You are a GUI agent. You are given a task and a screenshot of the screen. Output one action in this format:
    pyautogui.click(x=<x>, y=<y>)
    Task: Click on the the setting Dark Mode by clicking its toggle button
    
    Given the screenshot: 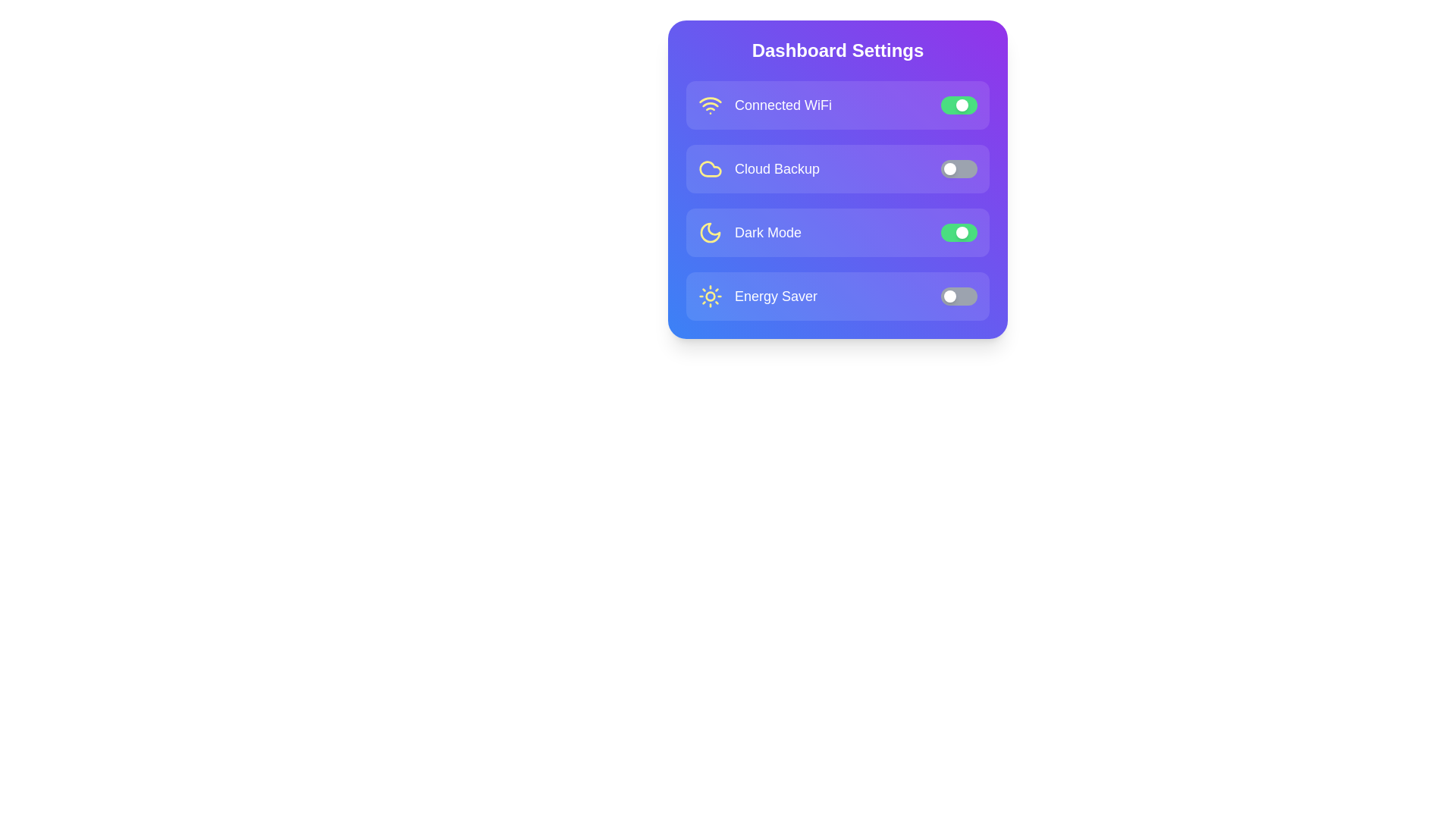 What is the action you would take?
    pyautogui.click(x=959, y=233)
    